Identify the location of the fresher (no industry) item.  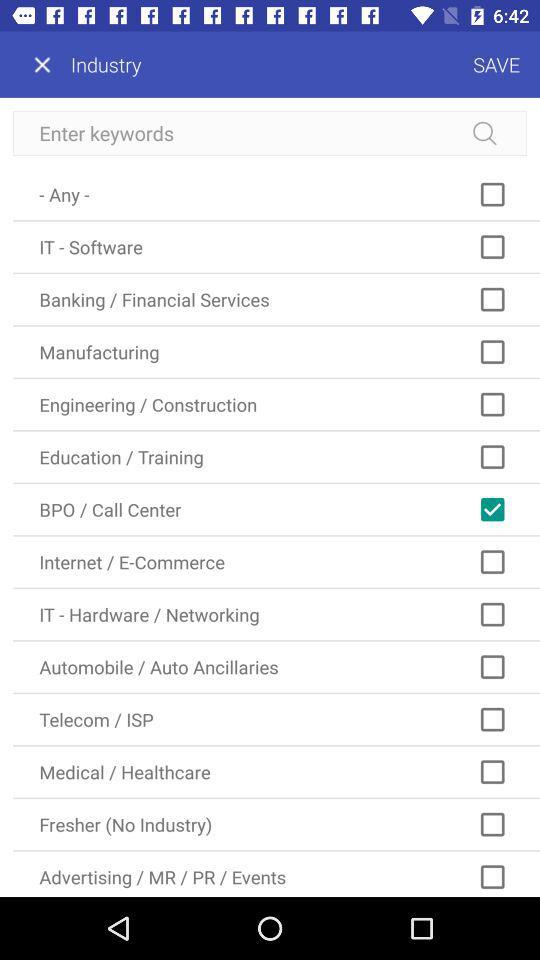
(275, 824).